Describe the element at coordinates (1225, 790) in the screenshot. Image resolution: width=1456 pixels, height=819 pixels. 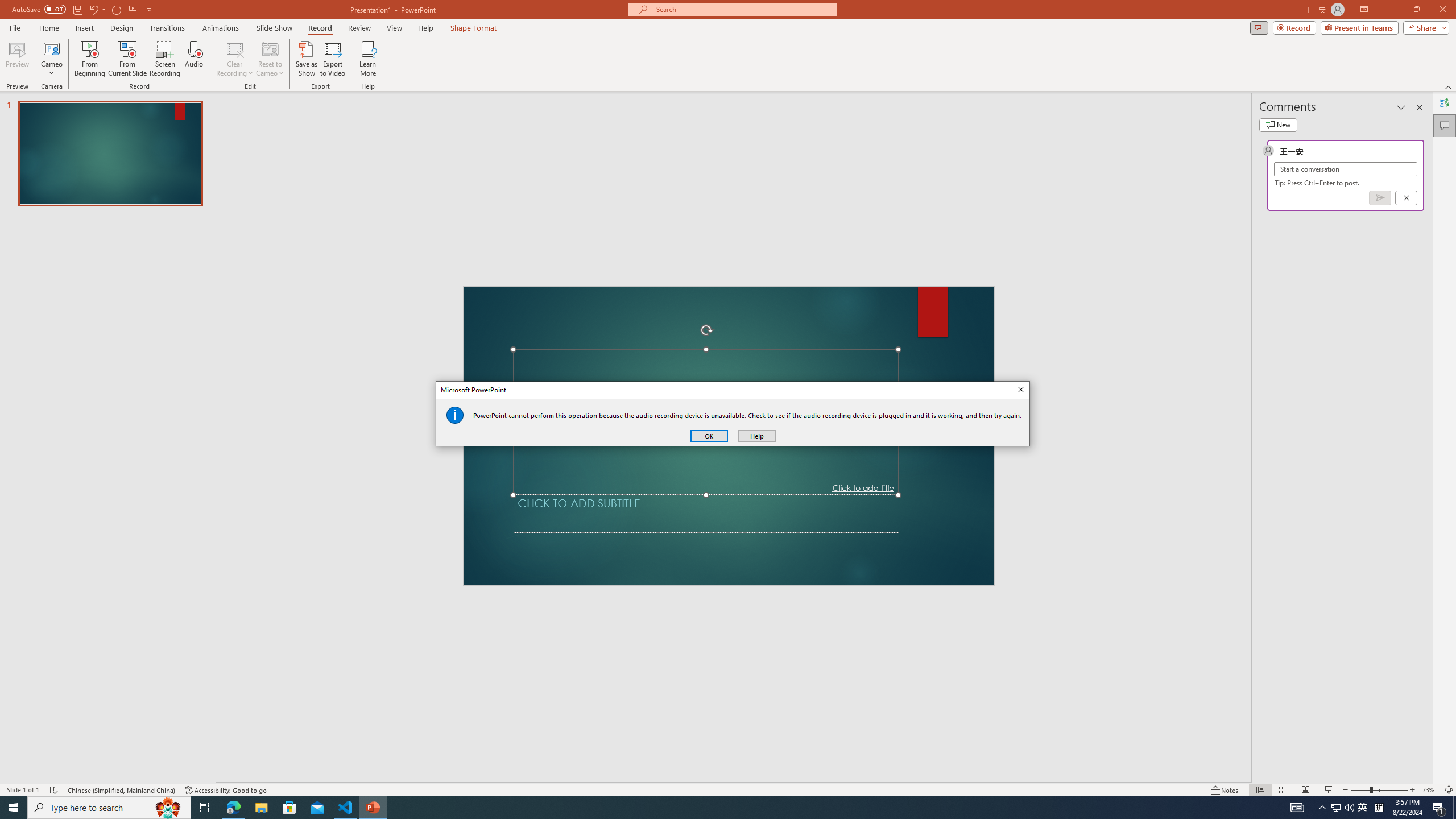
I see `'Notes '` at that location.